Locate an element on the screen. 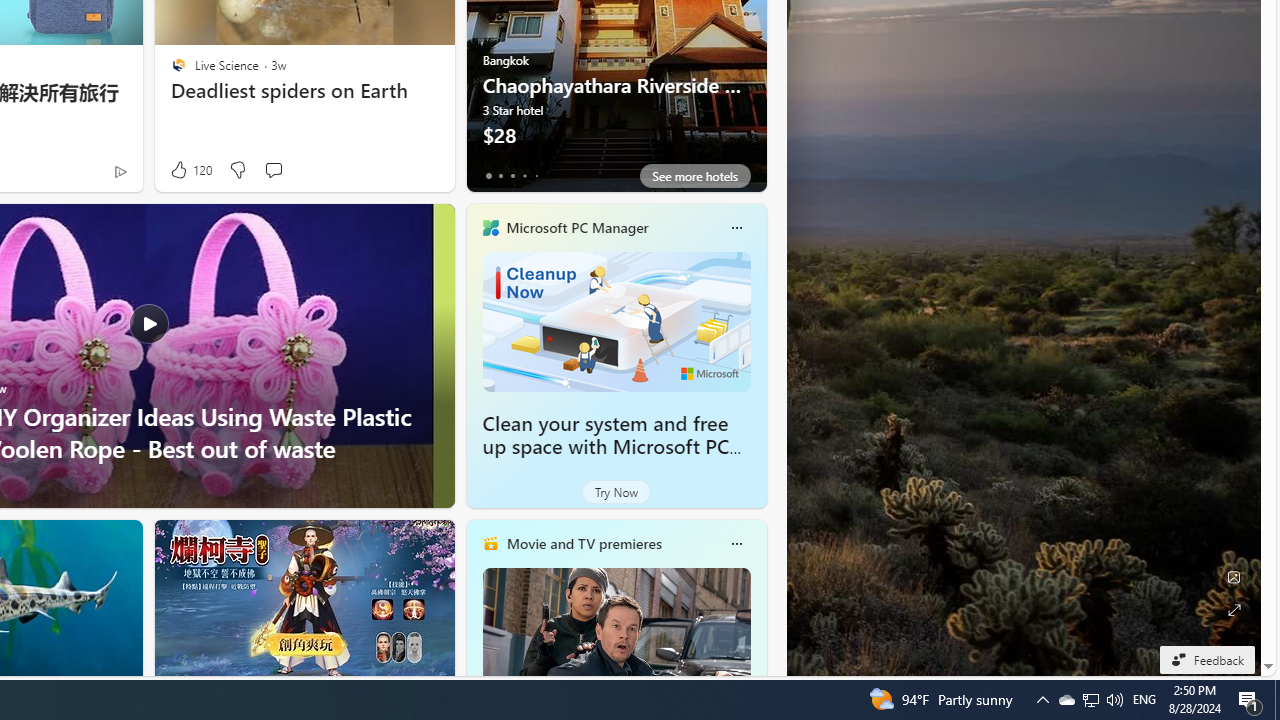 This screenshot has height=720, width=1280. 'See more hotels' is located at coordinates (695, 175).